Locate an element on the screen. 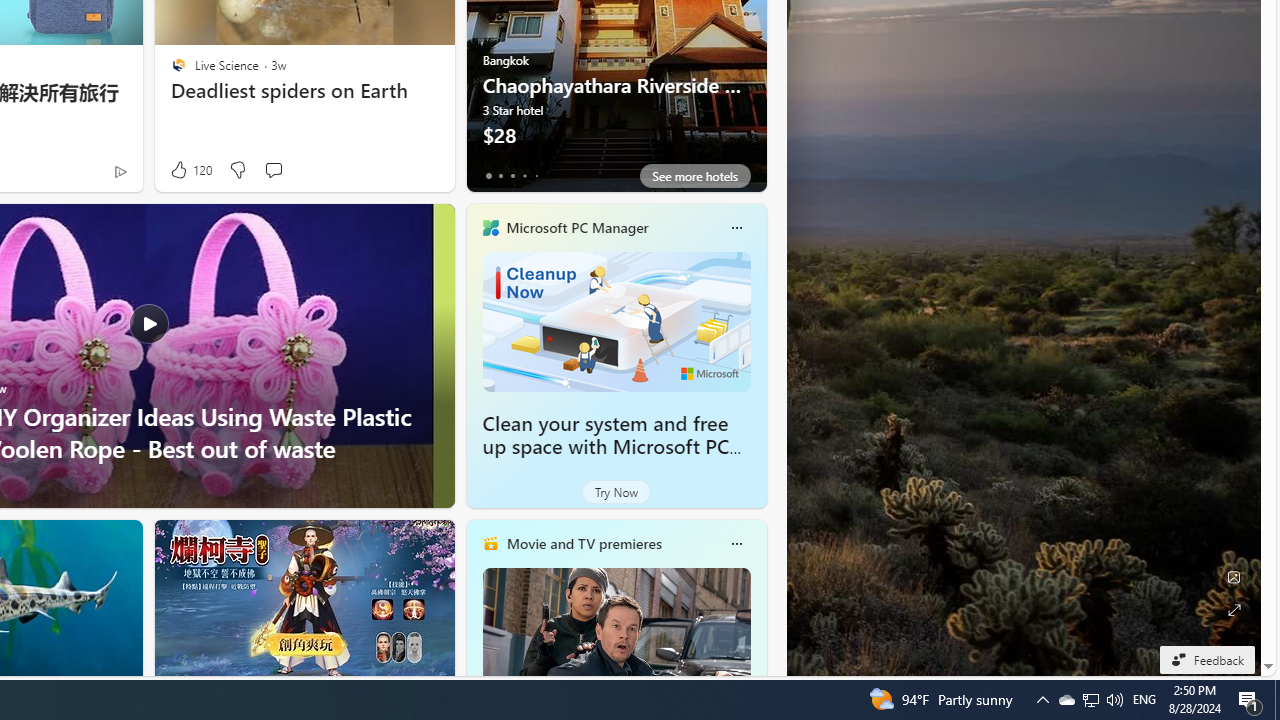 This screenshot has height=720, width=1280. 'See more hotels' is located at coordinates (695, 175).